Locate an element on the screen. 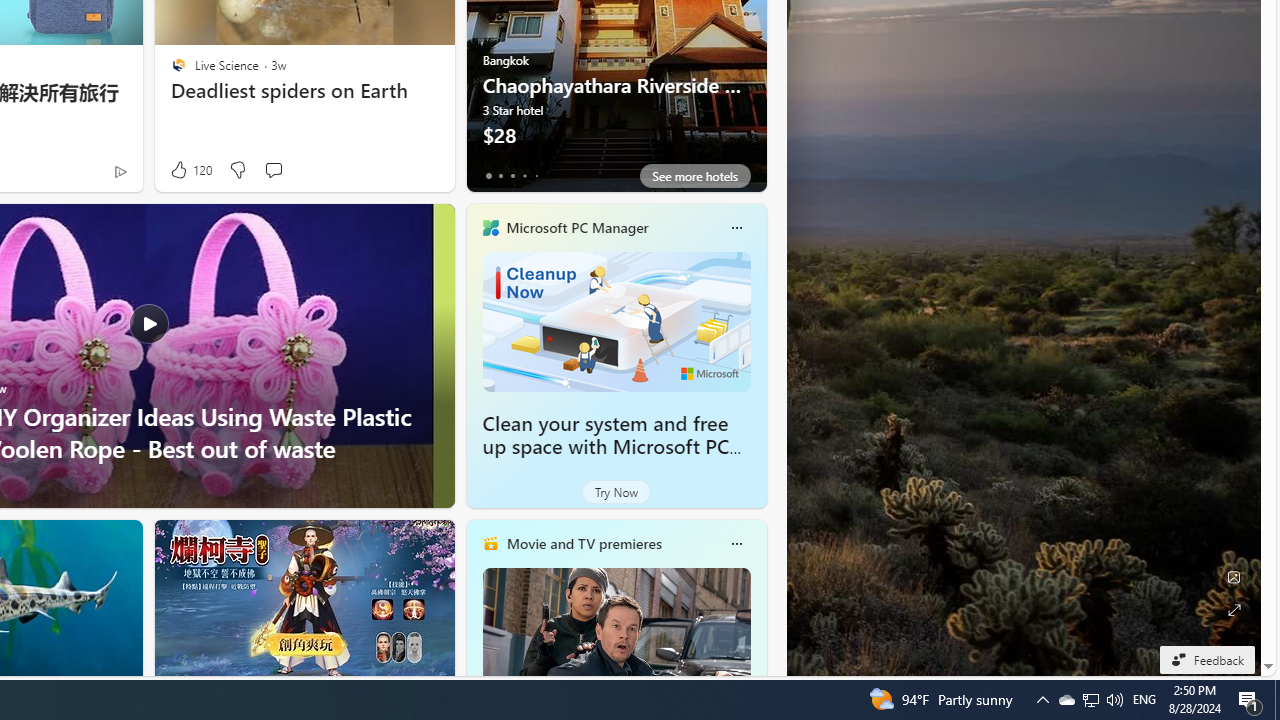 This screenshot has height=720, width=1280. 'See more hotels' is located at coordinates (695, 175).